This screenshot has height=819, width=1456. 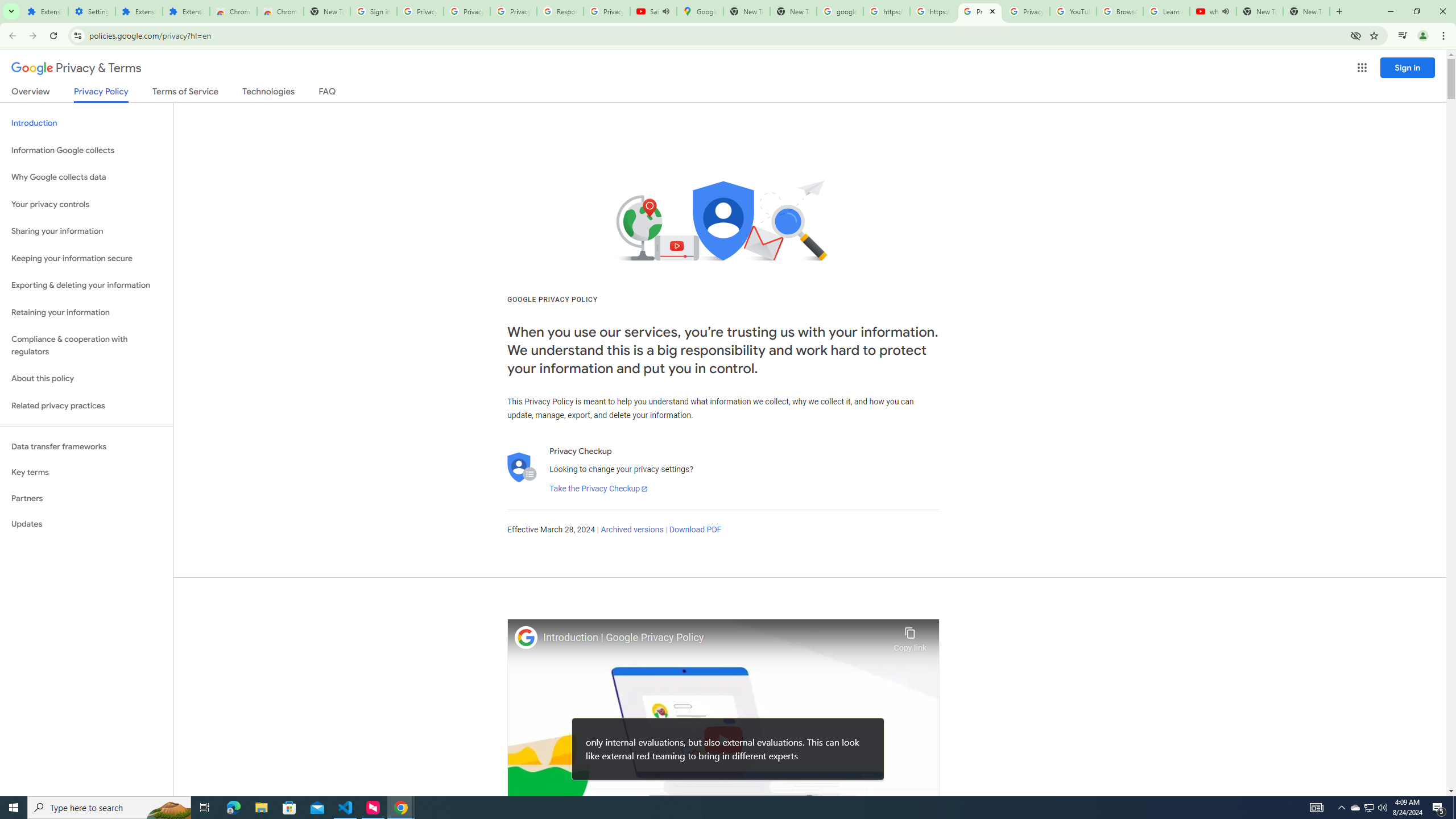 I want to click on 'Browse Chrome as a guest - Computer - Google Chrome Help', so click(x=1119, y=11).